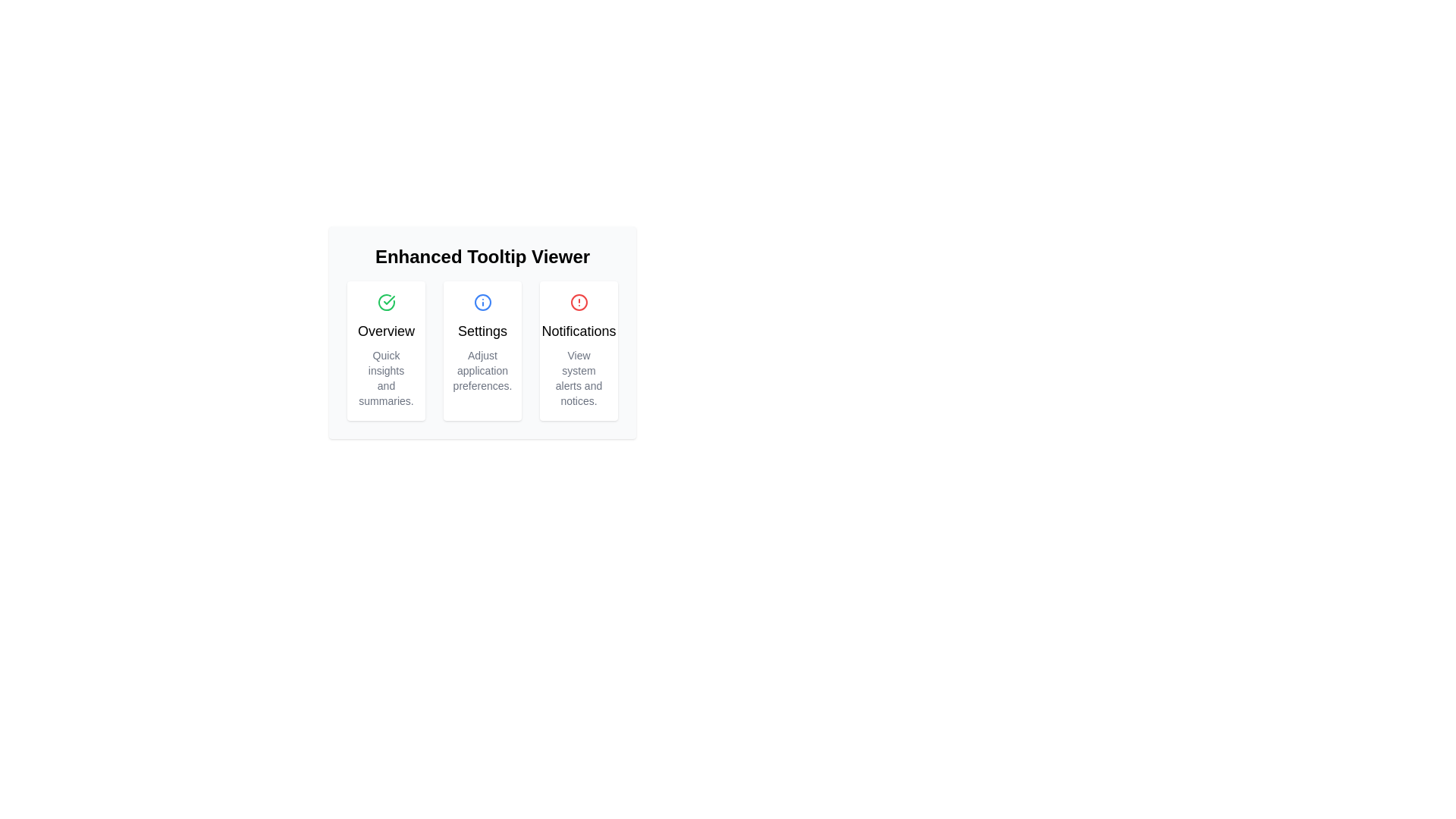 Image resolution: width=1456 pixels, height=819 pixels. Describe the element at coordinates (482, 371) in the screenshot. I see `descriptive text content located in the Text block below the 'Settings' title in the 'Settings' card` at that location.